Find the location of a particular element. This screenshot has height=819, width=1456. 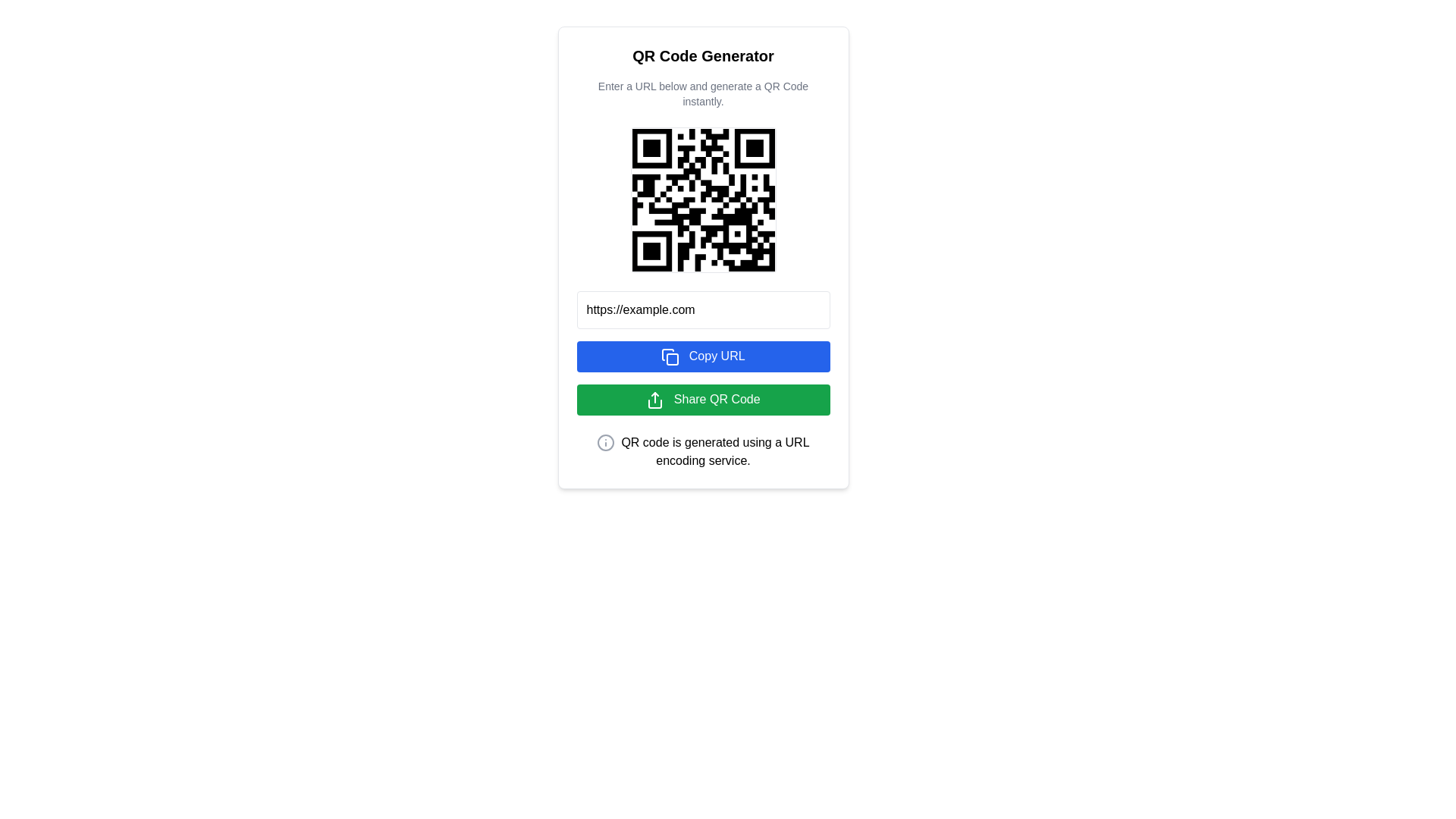

the green button labeled 'Share QR Code' is located at coordinates (702, 399).